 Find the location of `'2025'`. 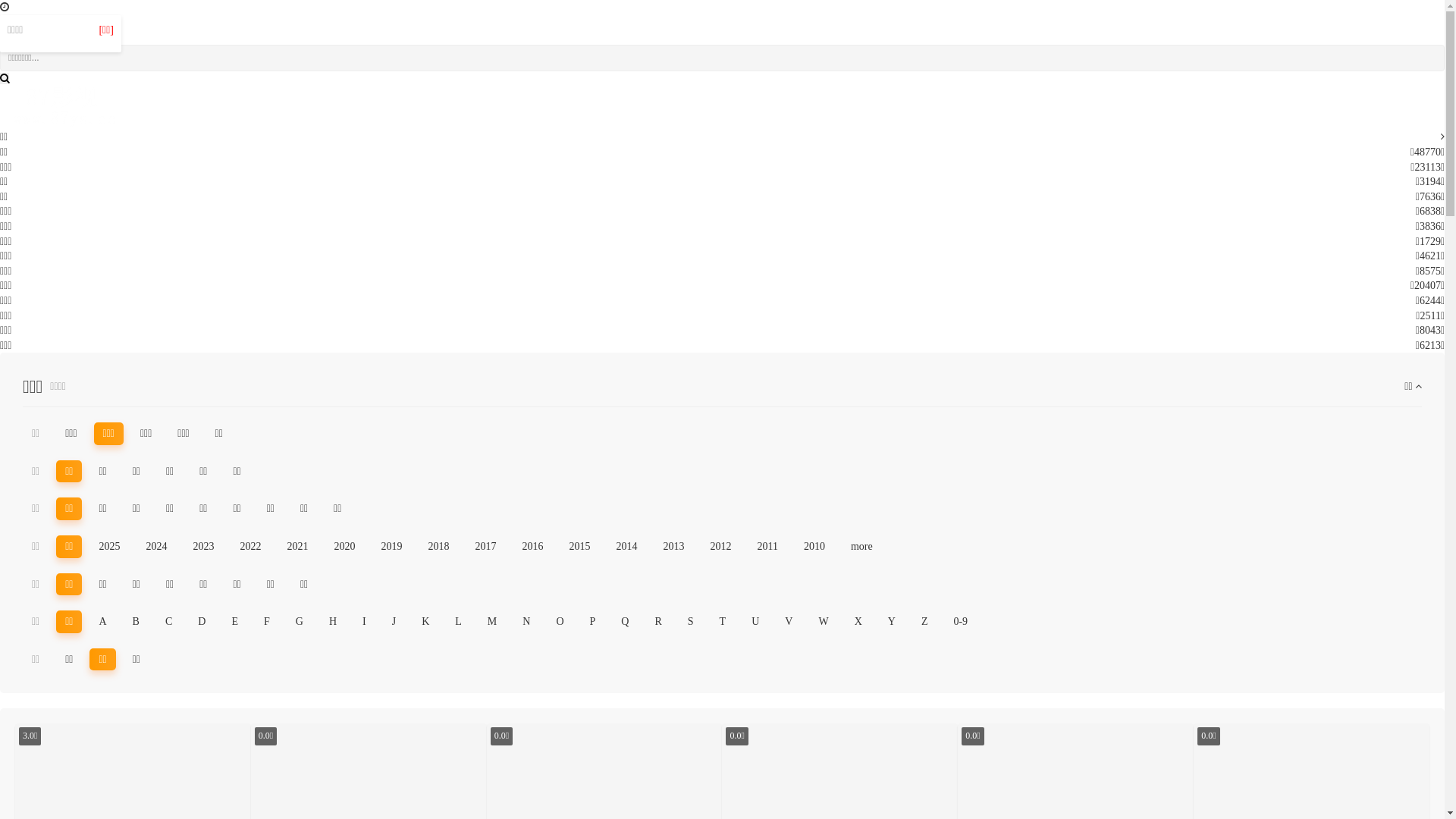

'2025' is located at coordinates (108, 547).